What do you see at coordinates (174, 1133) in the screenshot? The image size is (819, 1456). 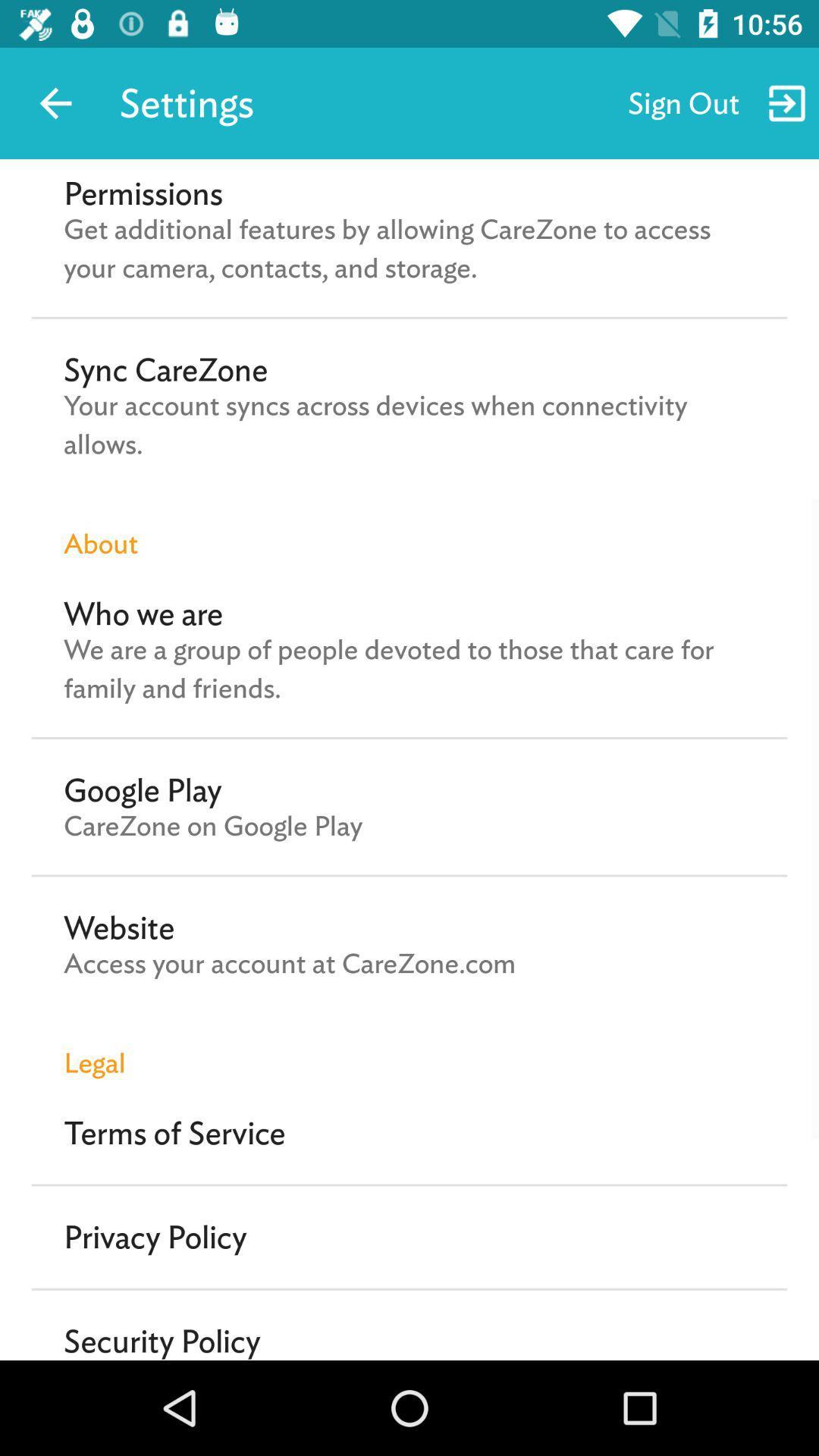 I see `icon below the legal` at bounding box center [174, 1133].